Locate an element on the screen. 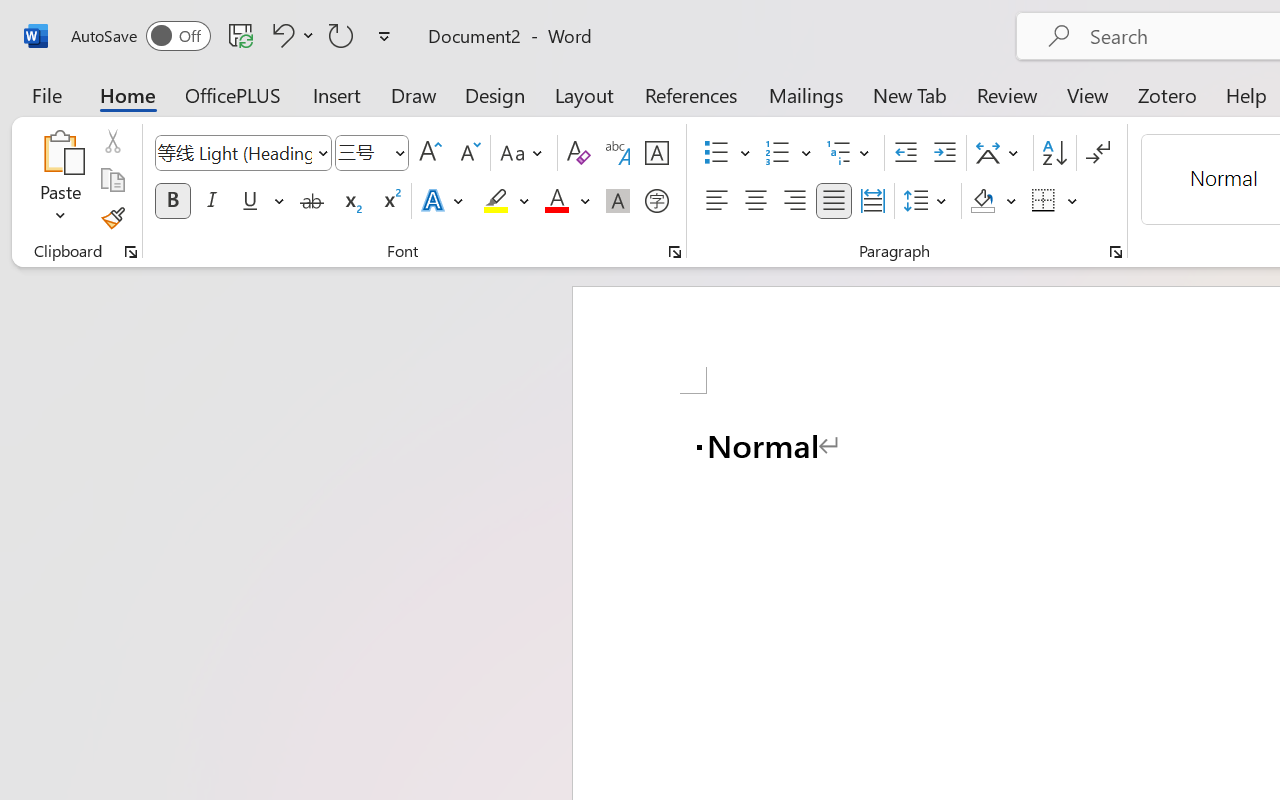  'Save' is located at coordinates (240, 34).